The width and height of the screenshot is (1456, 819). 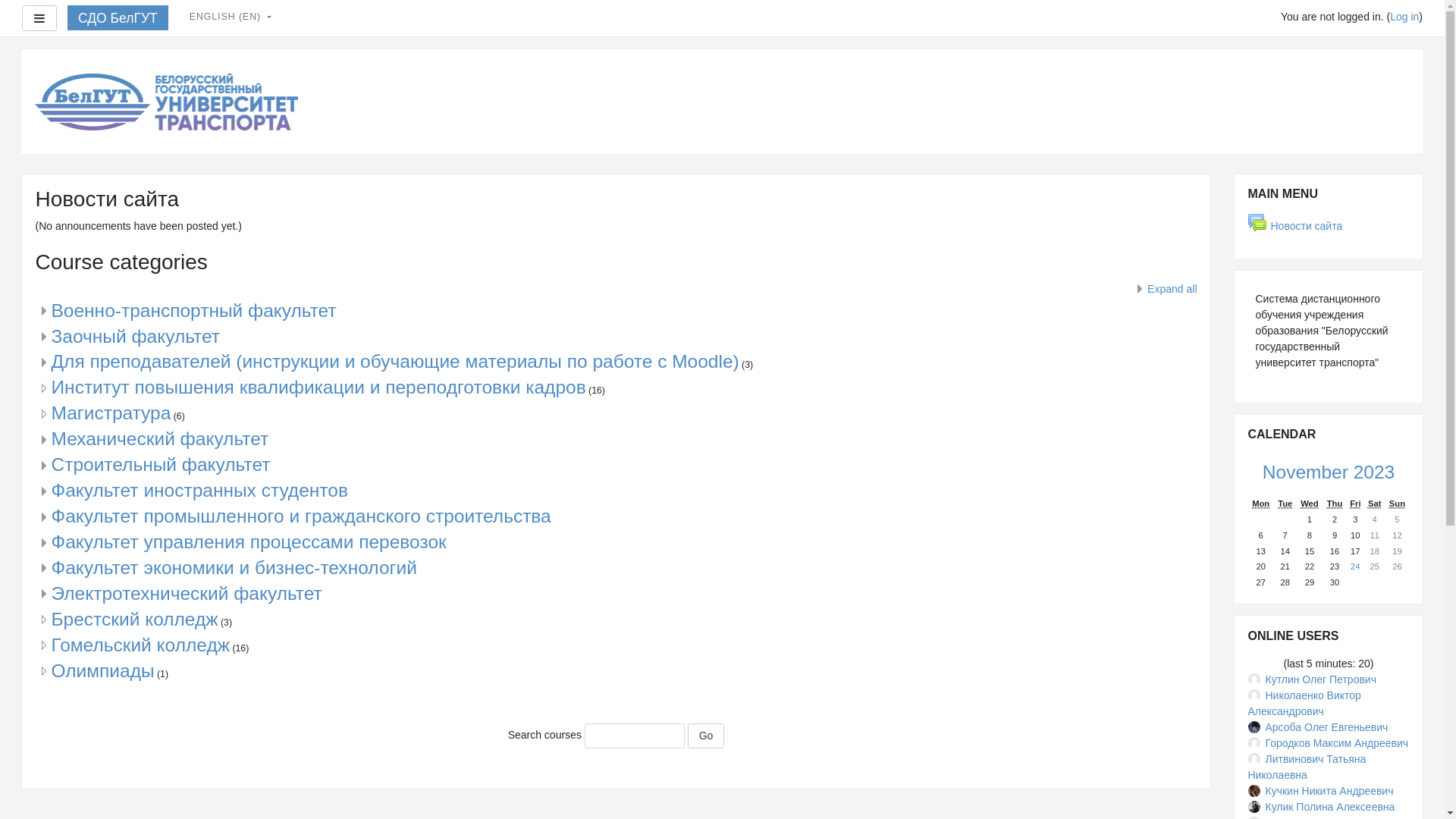 I want to click on 'ENGLISH (EN)', so click(x=229, y=17).